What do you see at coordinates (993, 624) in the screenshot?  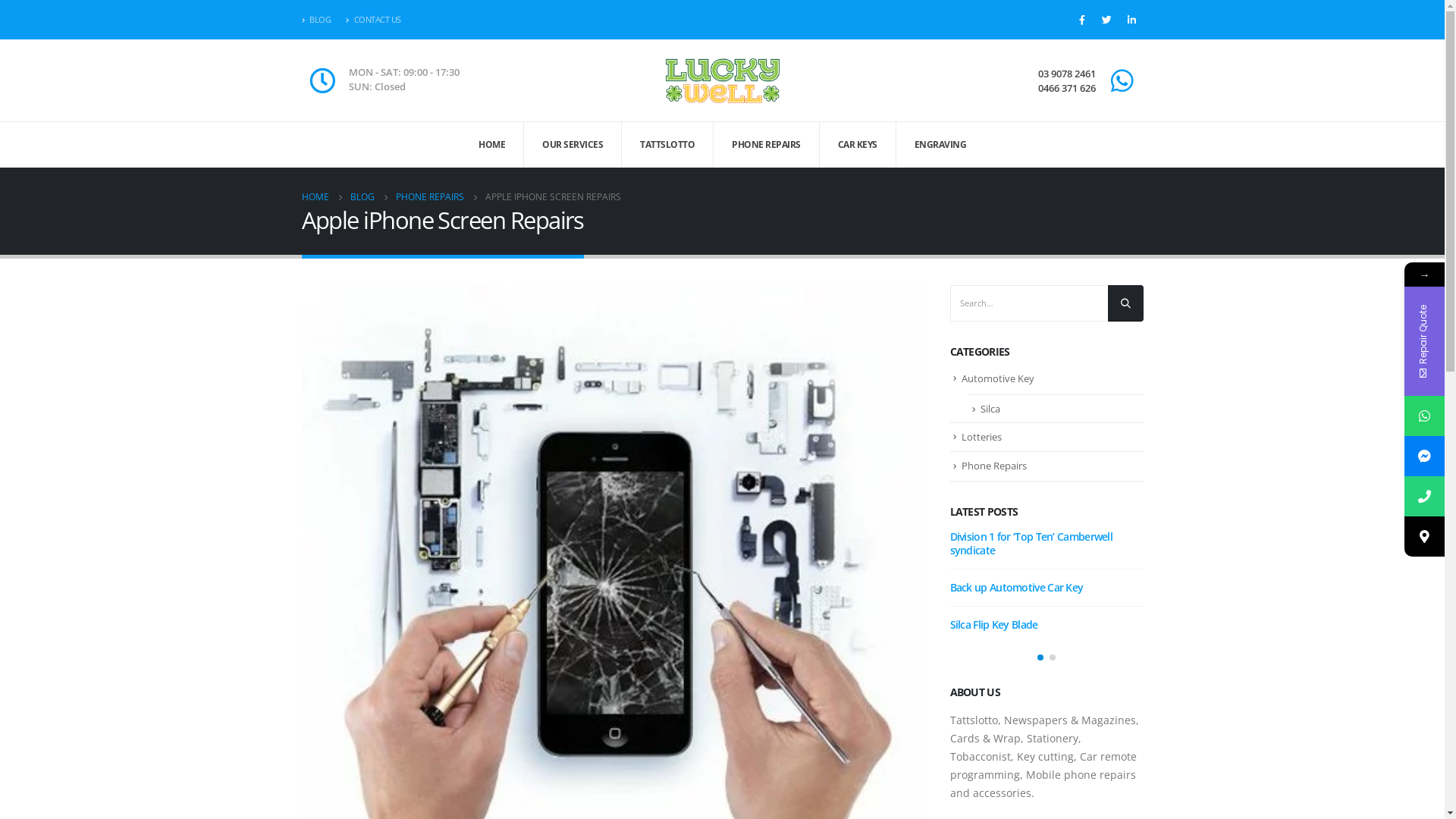 I see `'Silca Flip Key Blade'` at bounding box center [993, 624].